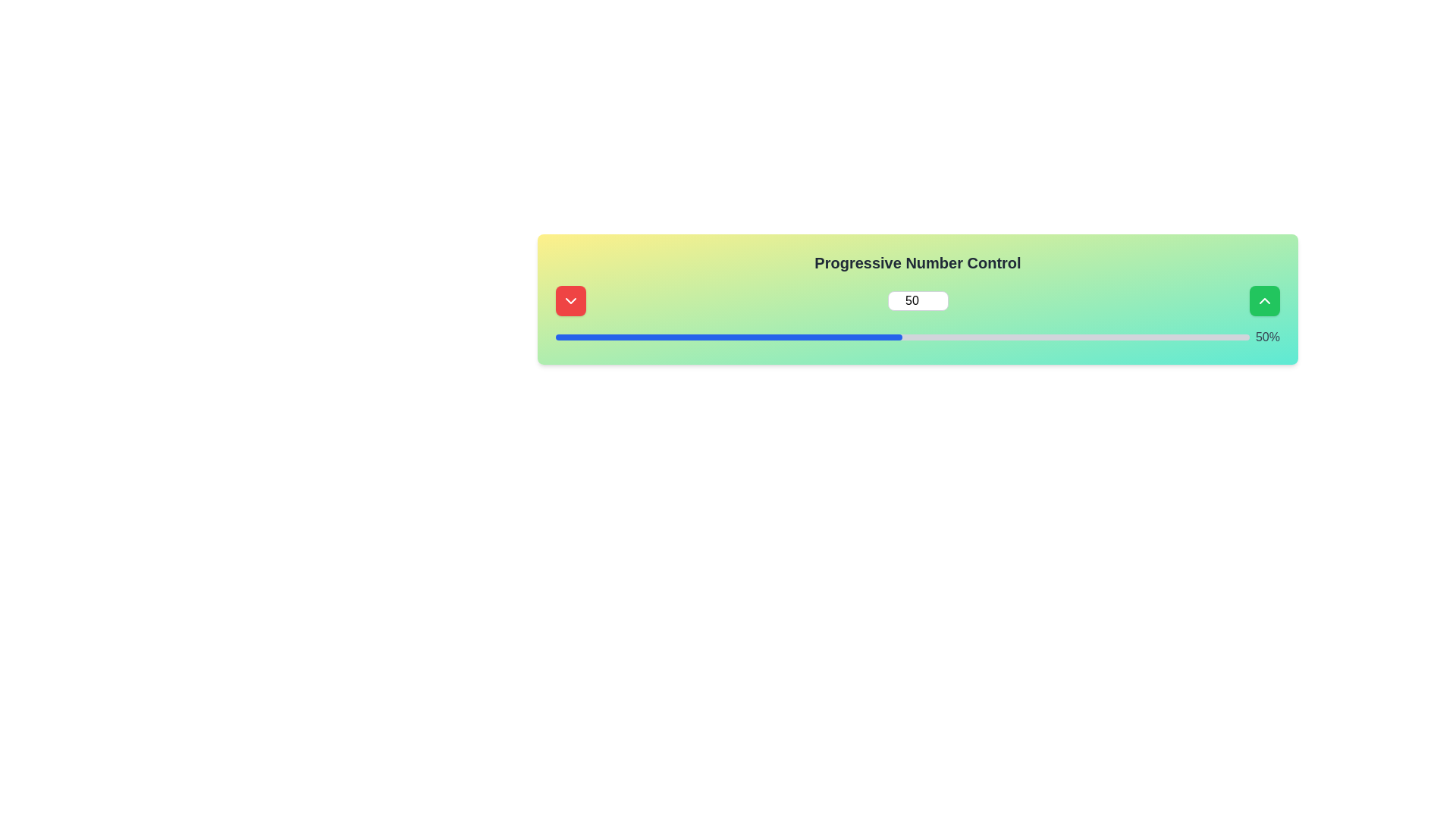  What do you see at coordinates (555, 336) in the screenshot?
I see `the slider value` at bounding box center [555, 336].